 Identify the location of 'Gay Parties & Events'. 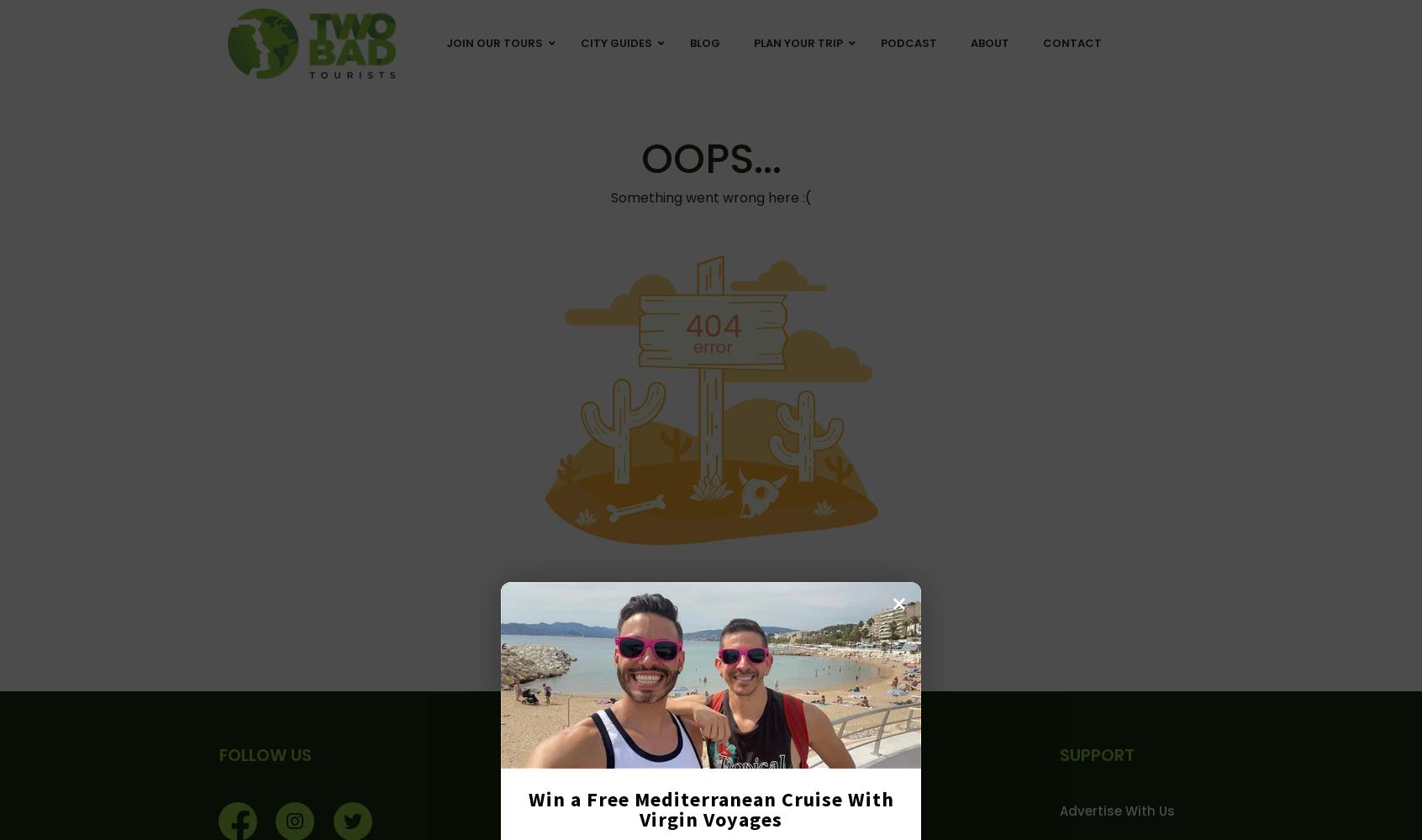
(815, 213).